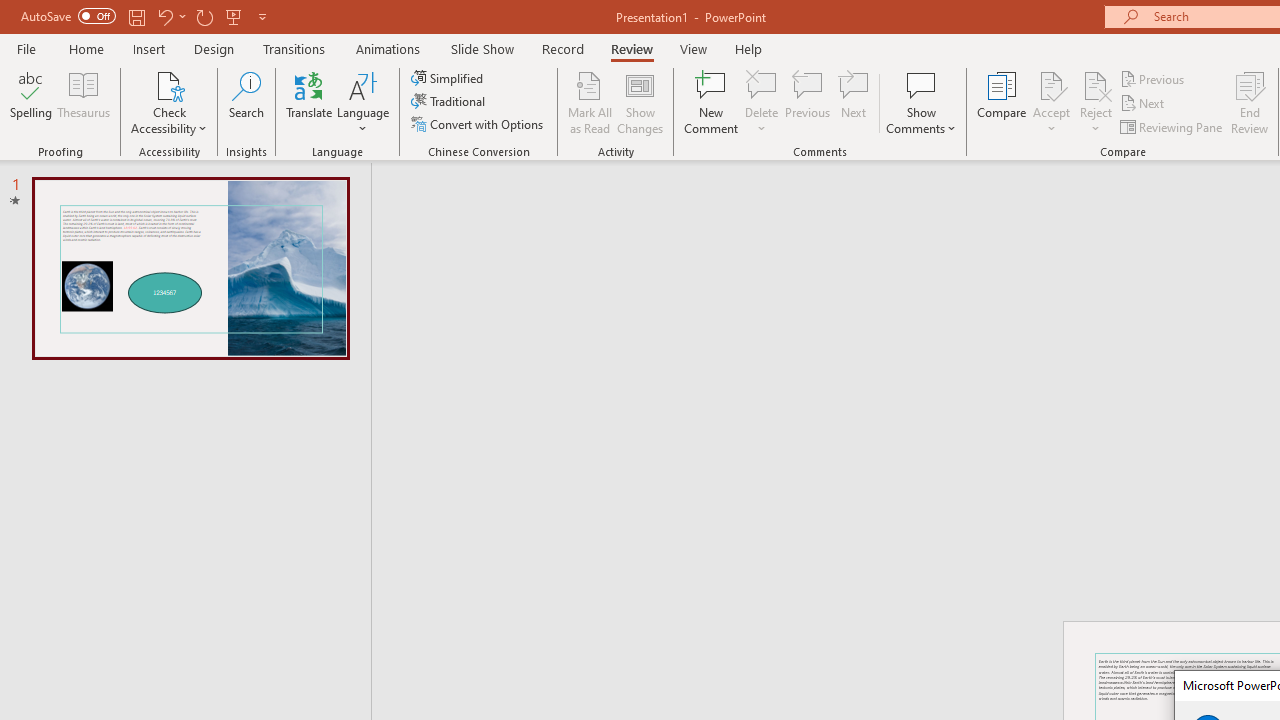  What do you see at coordinates (1248, 103) in the screenshot?
I see `'End Review'` at bounding box center [1248, 103].